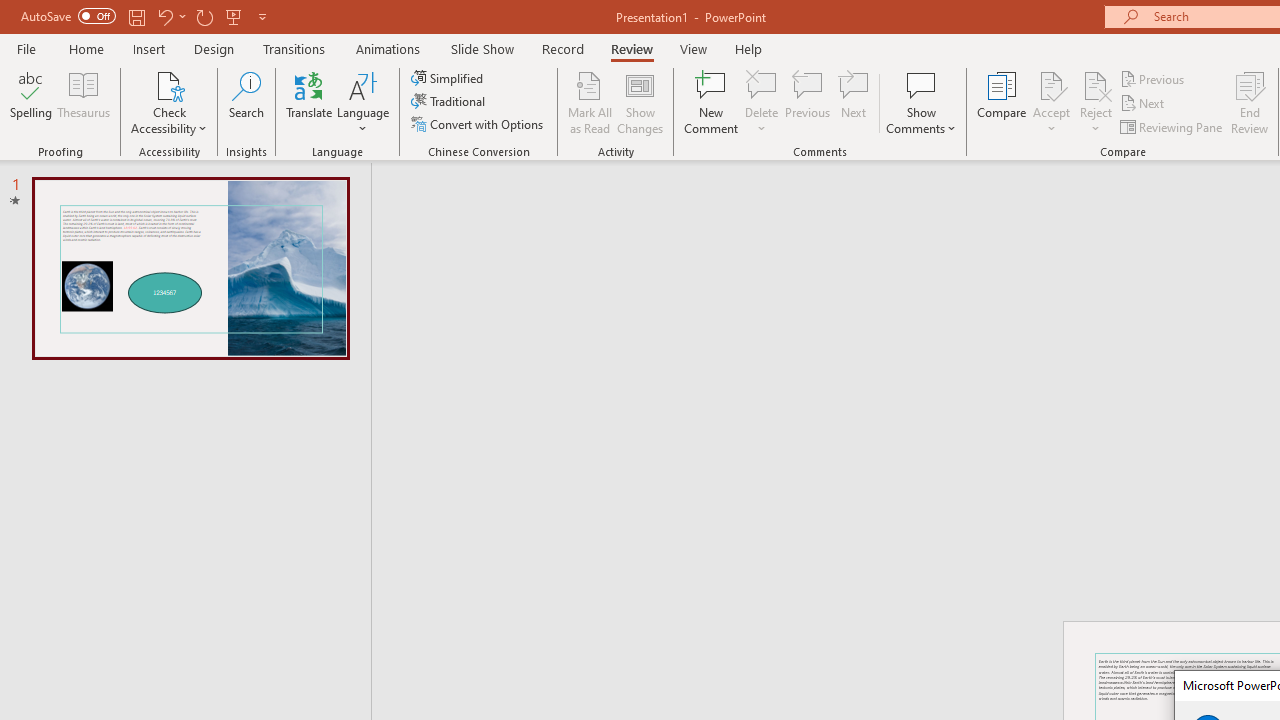  What do you see at coordinates (1248, 103) in the screenshot?
I see `'End Review'` at bounding box center [1248, 103].